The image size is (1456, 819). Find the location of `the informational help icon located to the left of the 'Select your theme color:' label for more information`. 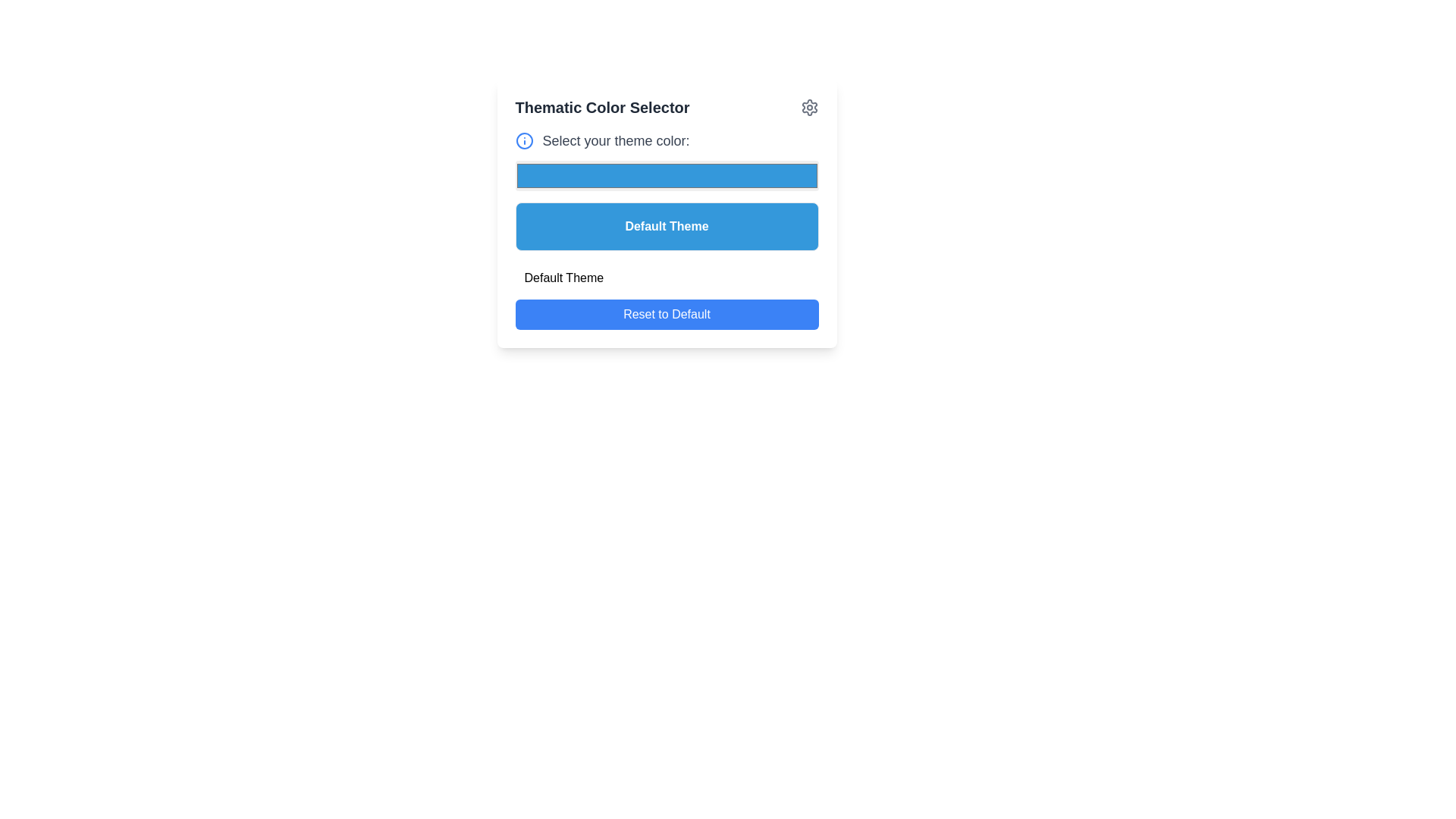

the informational help icon located to the left of the 'Select your theme color:' label for more information is located at coordinates (524, 140).